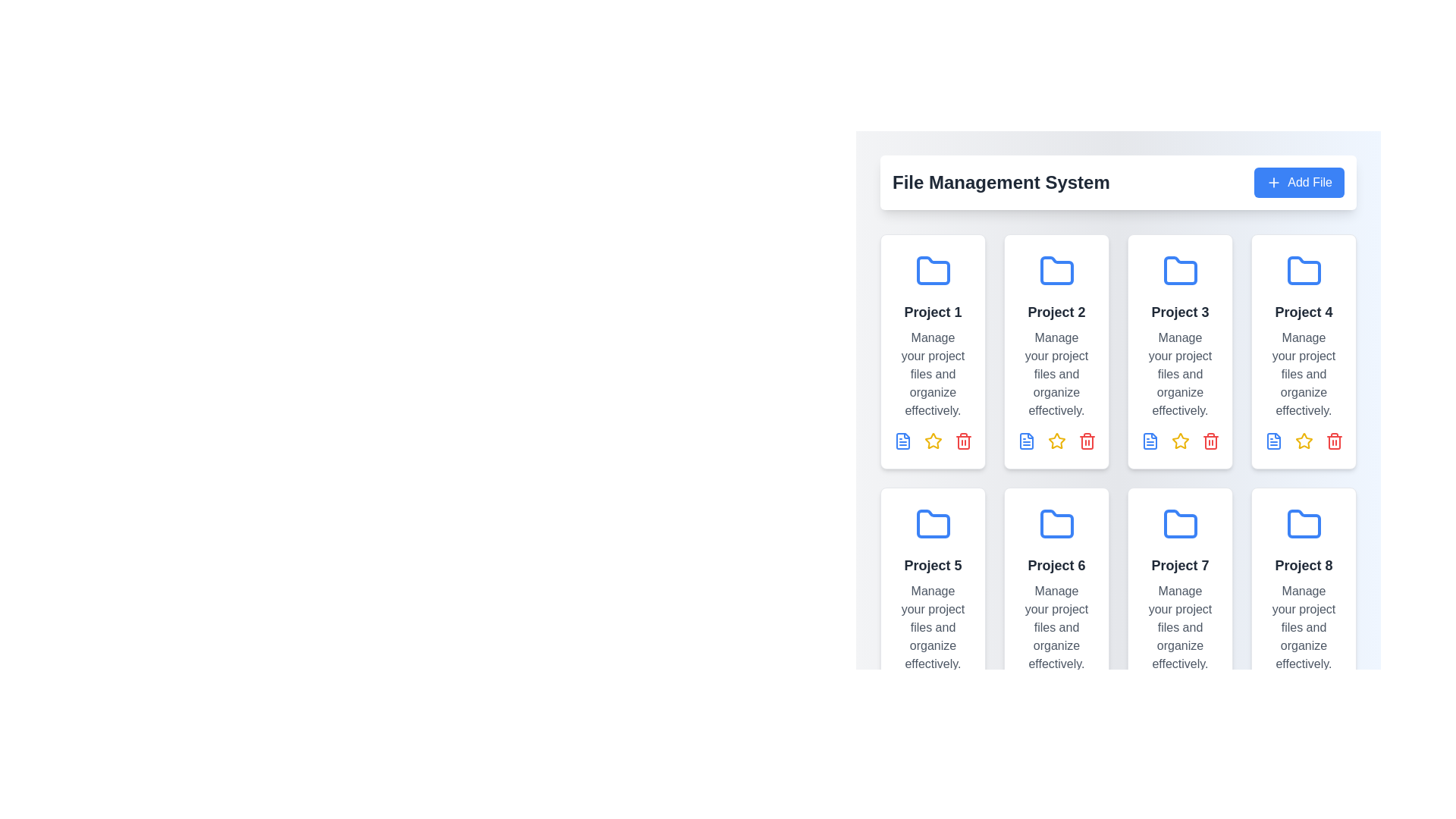 The width and height of the screenshot is (1456, 819). I want to click on the folder icon located in the eighth card of the grid, positioned above the text 'Project 8' and adjacent to the description 'Manage your project files and organize effectively.', so click(1303, 523).